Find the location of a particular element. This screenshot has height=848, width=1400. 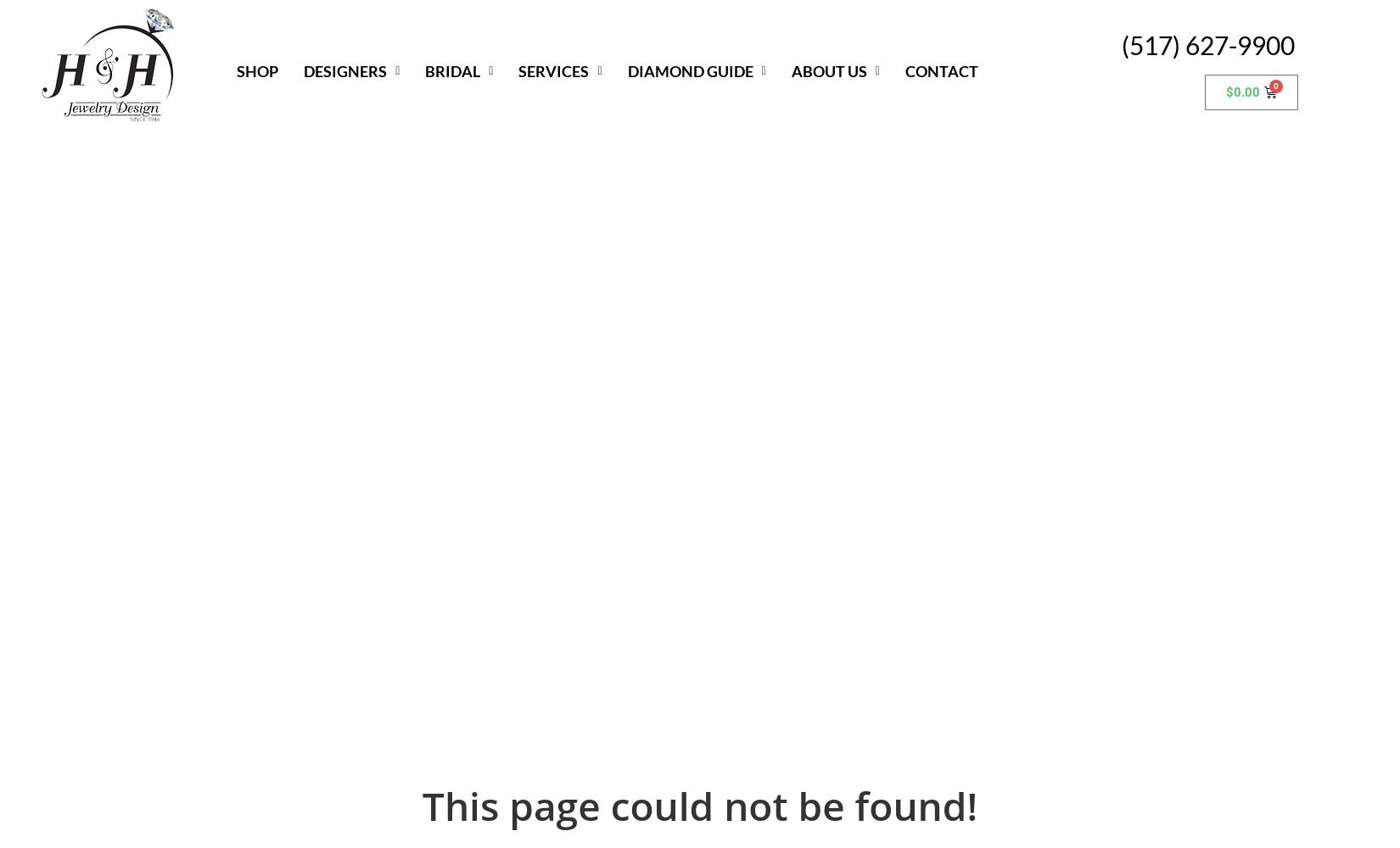

'Appraisals' is located at coordinates (565, 159).